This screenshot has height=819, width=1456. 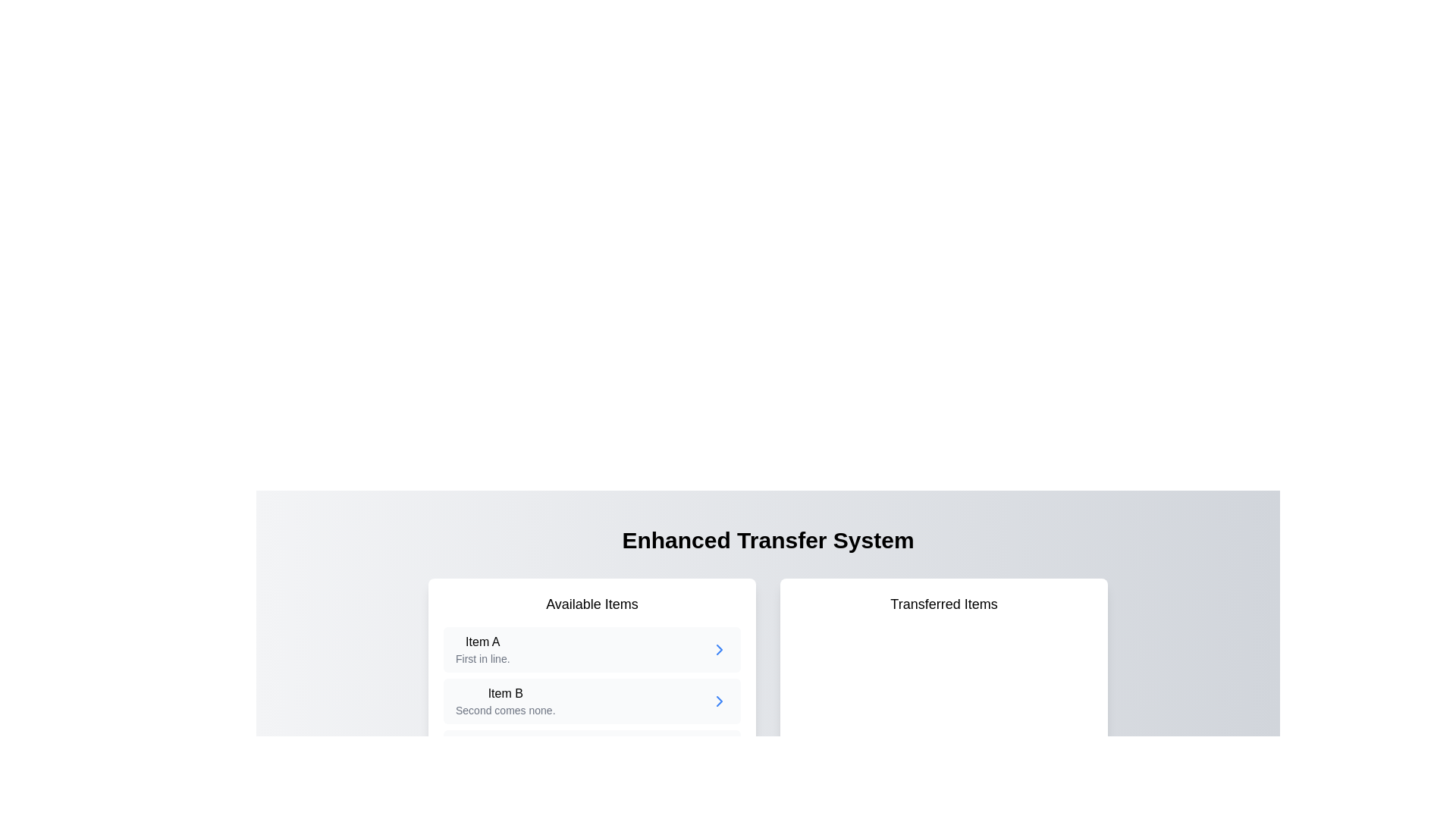 What do you see at coordinates (943, 604) in the screenshot?
I see `the 'Transferred Items' text label, which is a bold, larger font indicating it serves as a heading within a white box on the right side of the interface` at bounding box center [943, 604].